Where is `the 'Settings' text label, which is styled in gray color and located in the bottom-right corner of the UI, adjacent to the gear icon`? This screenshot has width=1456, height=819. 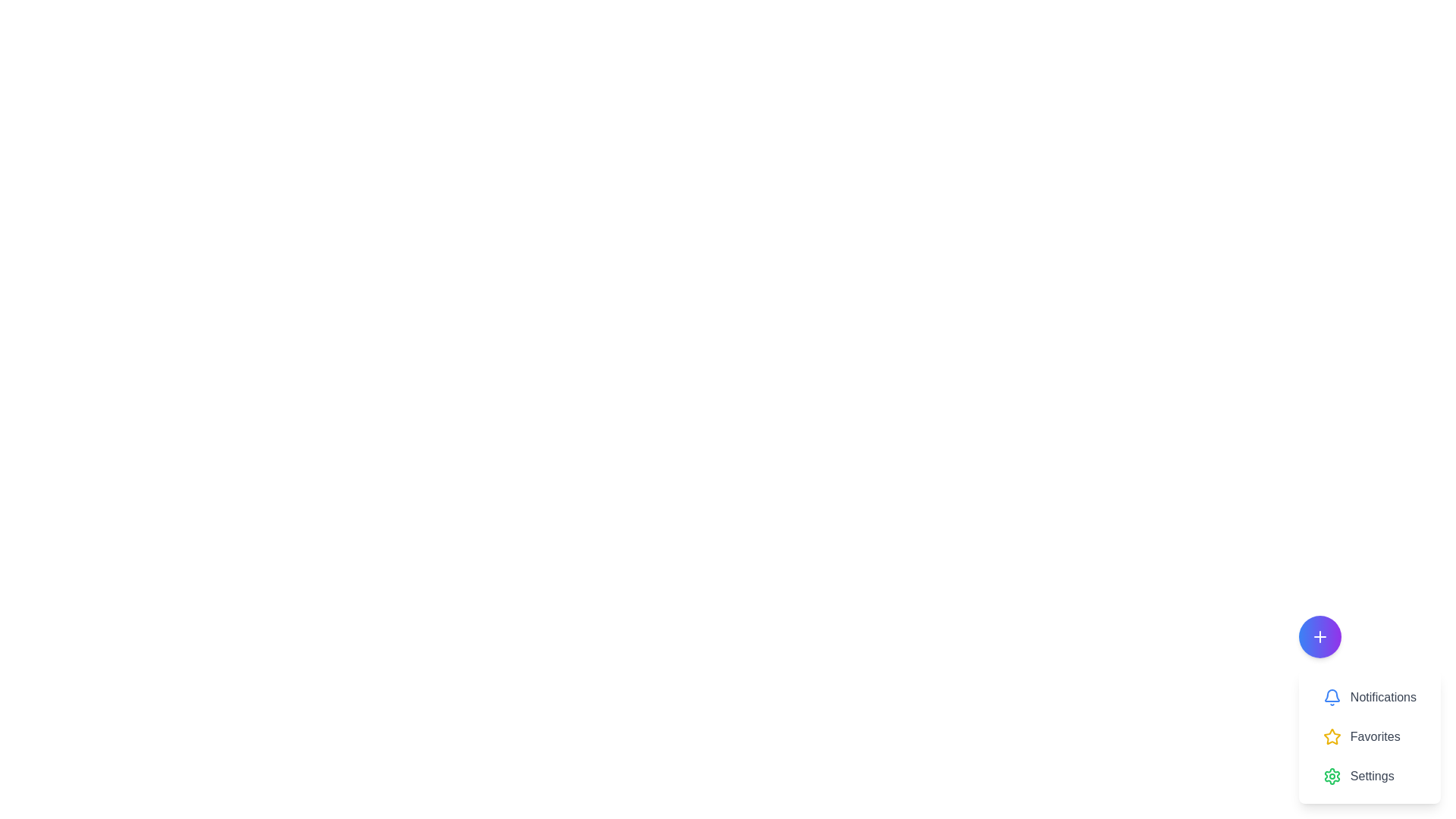 the 'Settings' text label, which is styled in gray color and located in the bottom-right corner of the UI, adjacent to the gear icon is located at coordinates (1372, 776).